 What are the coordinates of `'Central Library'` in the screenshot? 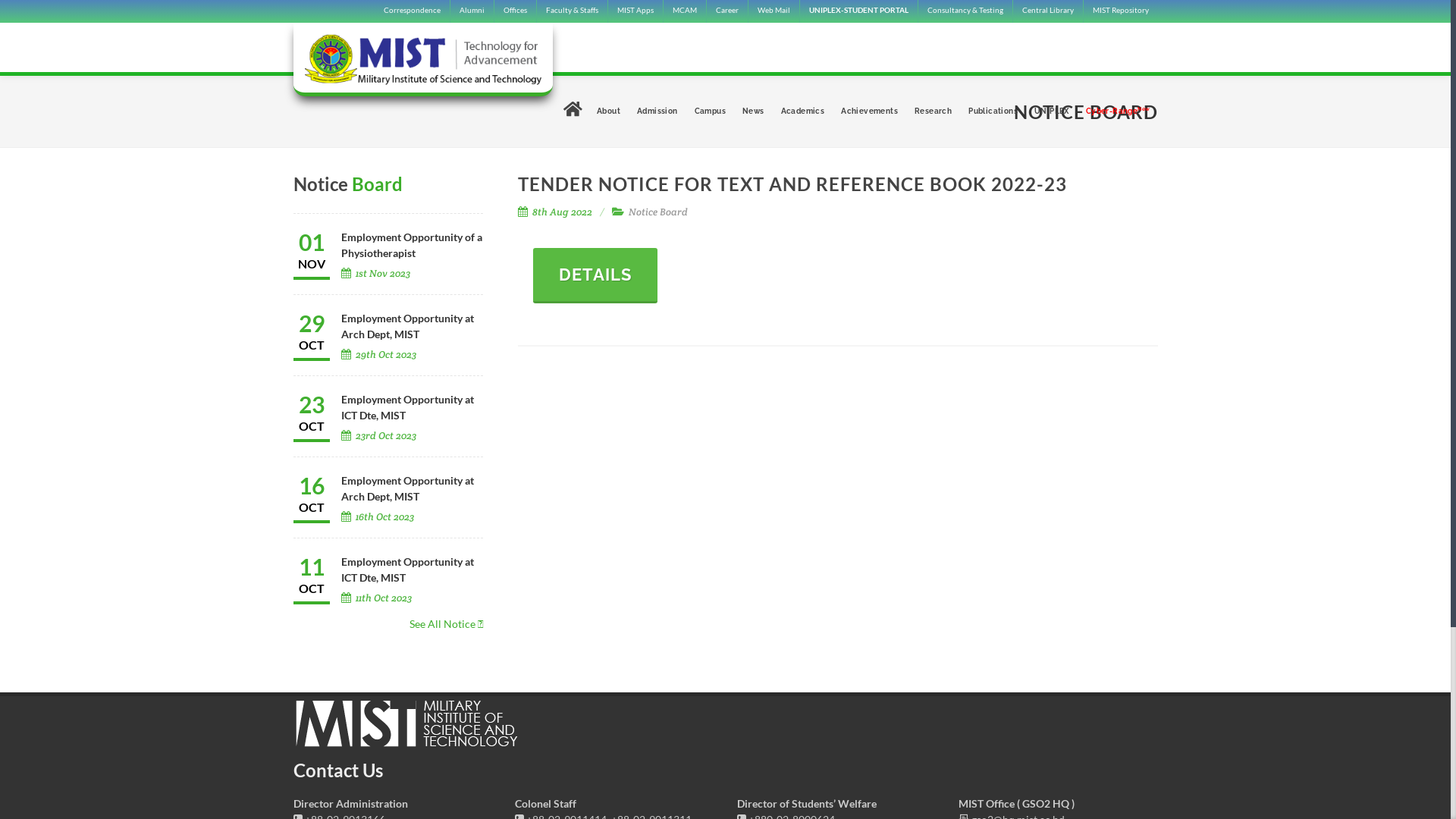 It's located at (1047, 11).